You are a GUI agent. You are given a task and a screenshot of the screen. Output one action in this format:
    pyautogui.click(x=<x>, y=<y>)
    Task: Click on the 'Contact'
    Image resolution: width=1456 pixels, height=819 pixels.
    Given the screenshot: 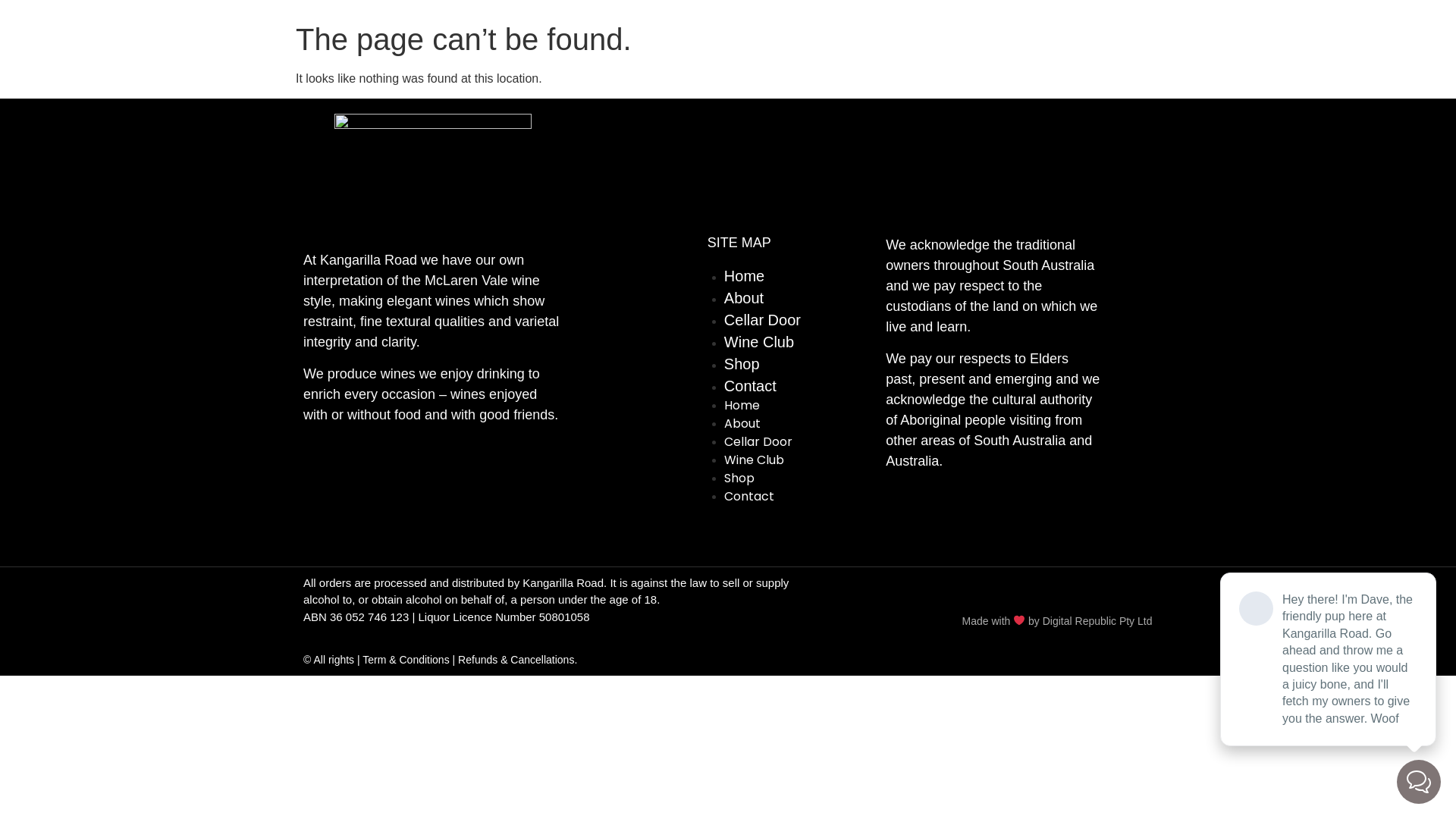 What is the action you would take?
    pyautogui.click(x=723, y=496)
    